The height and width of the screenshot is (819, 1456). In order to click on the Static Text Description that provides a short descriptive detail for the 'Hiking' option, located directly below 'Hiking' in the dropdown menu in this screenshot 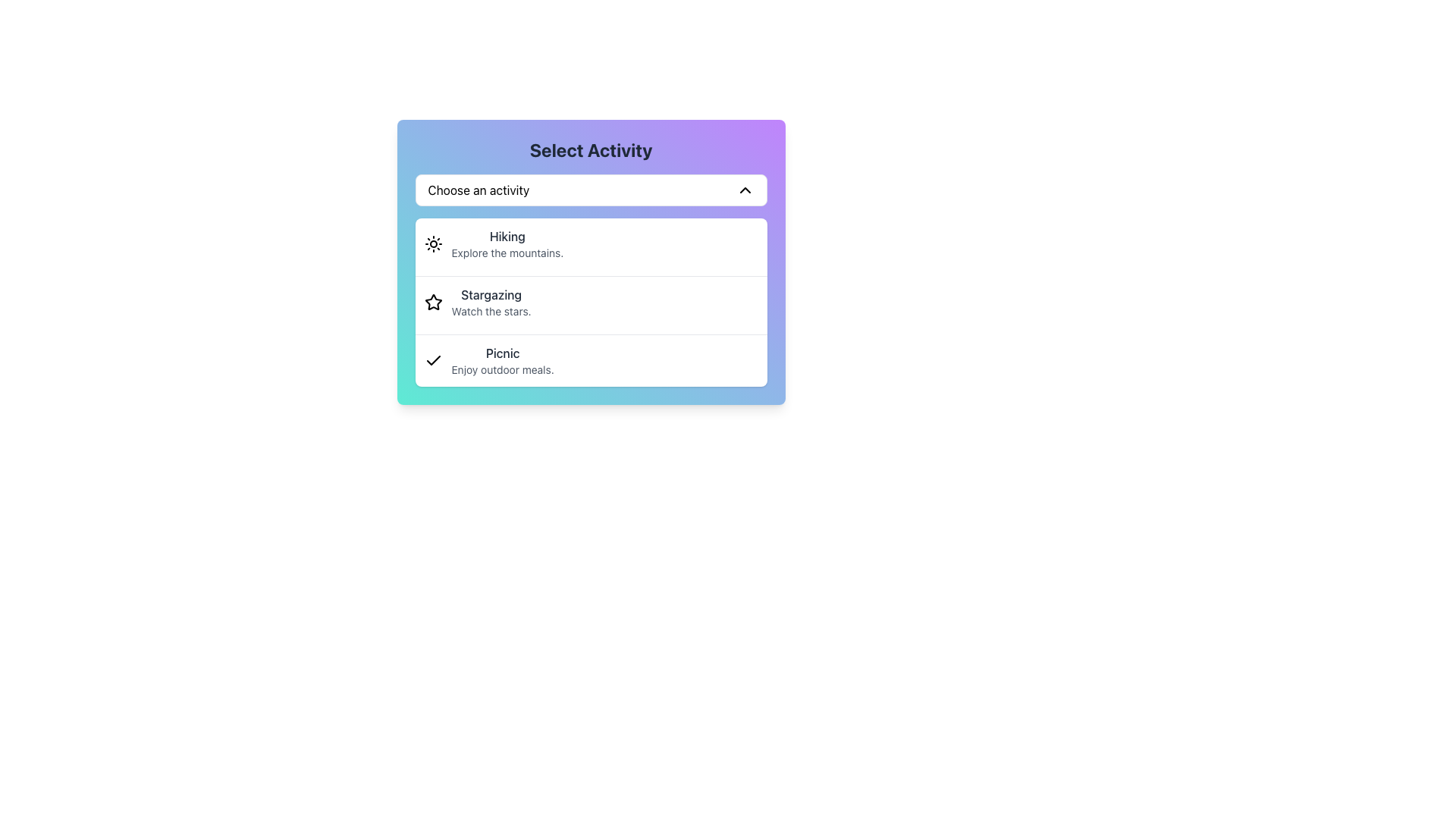, I will do `click(507, 253)`.